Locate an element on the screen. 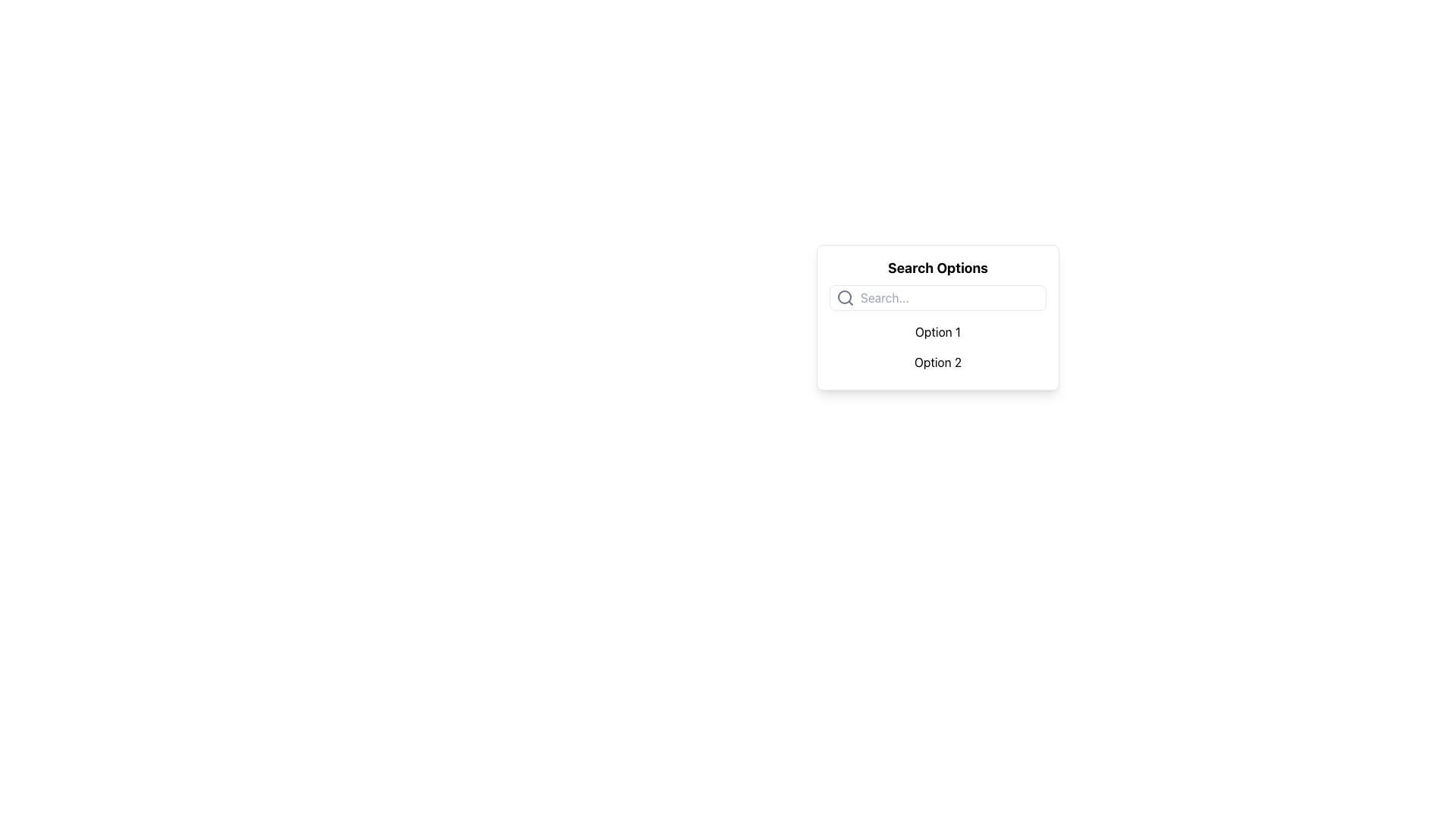  the text label displaying 'Option 2' is located at coordinates (937, 362).